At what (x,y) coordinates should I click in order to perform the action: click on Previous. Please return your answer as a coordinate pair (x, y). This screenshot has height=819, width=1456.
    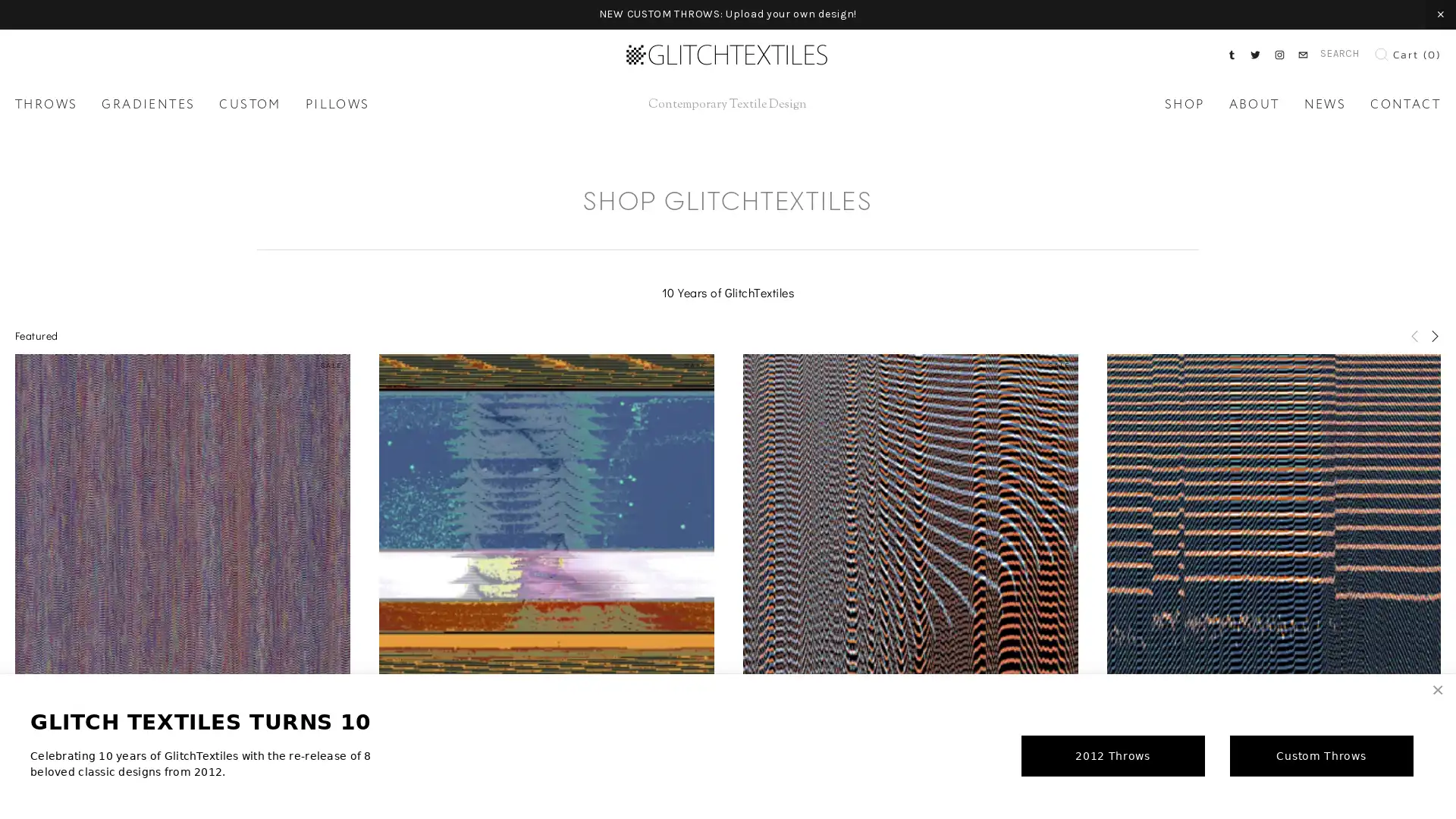
    Looking at the image, I should click on (1414, 334).